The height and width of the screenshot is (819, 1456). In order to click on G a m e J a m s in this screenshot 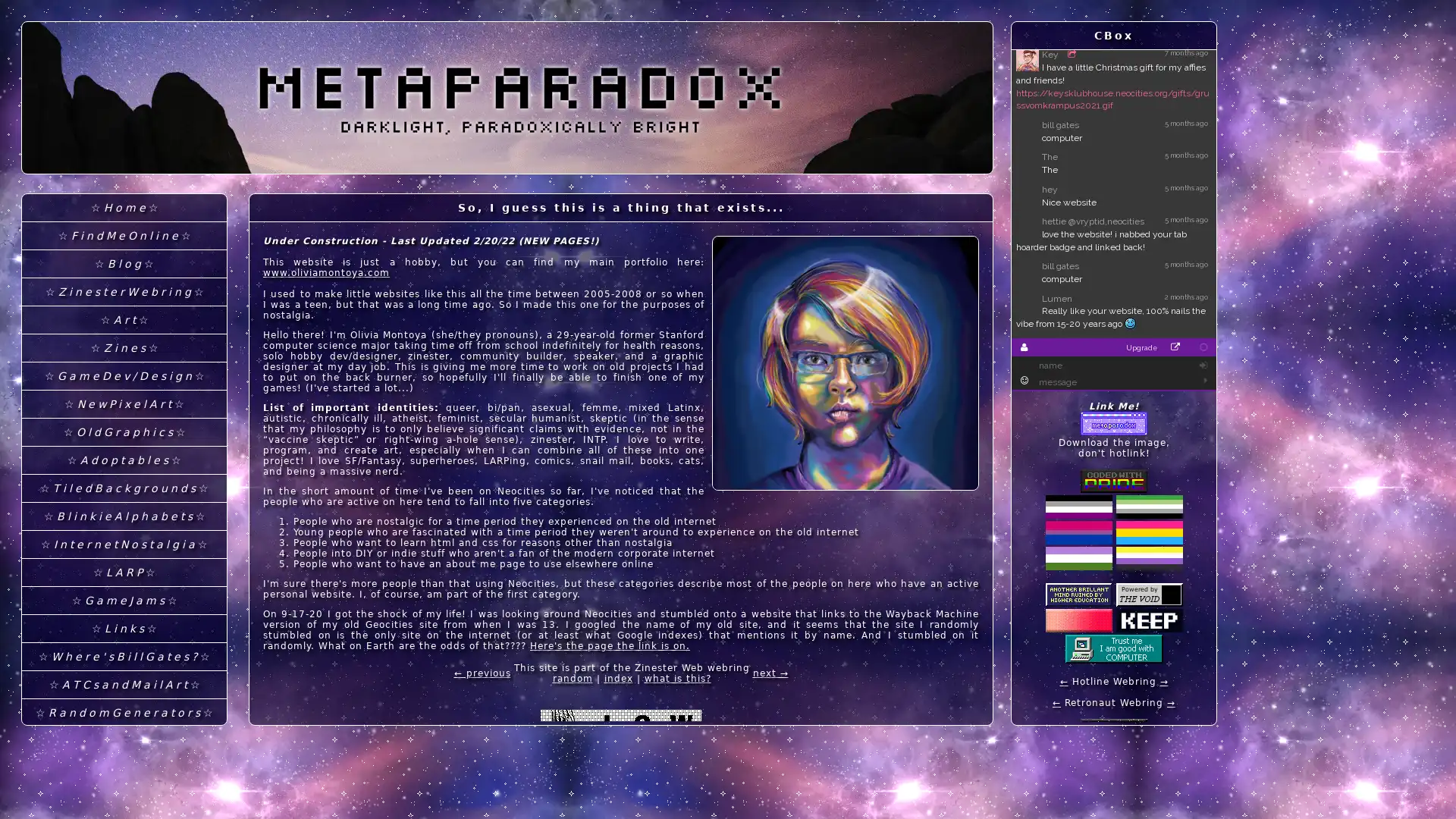, I will do `click(124, 600)`.